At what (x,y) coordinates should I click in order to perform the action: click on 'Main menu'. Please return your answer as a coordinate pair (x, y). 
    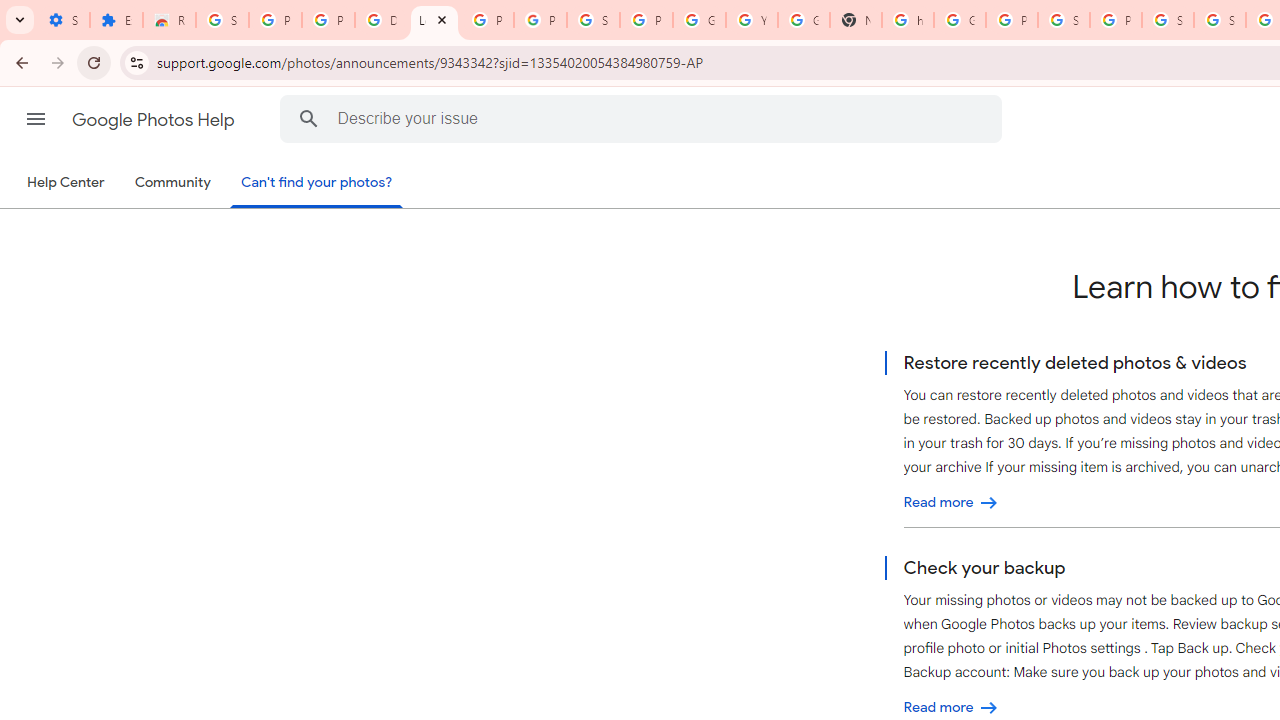
    Looking at the image, I should click on (35, 119).